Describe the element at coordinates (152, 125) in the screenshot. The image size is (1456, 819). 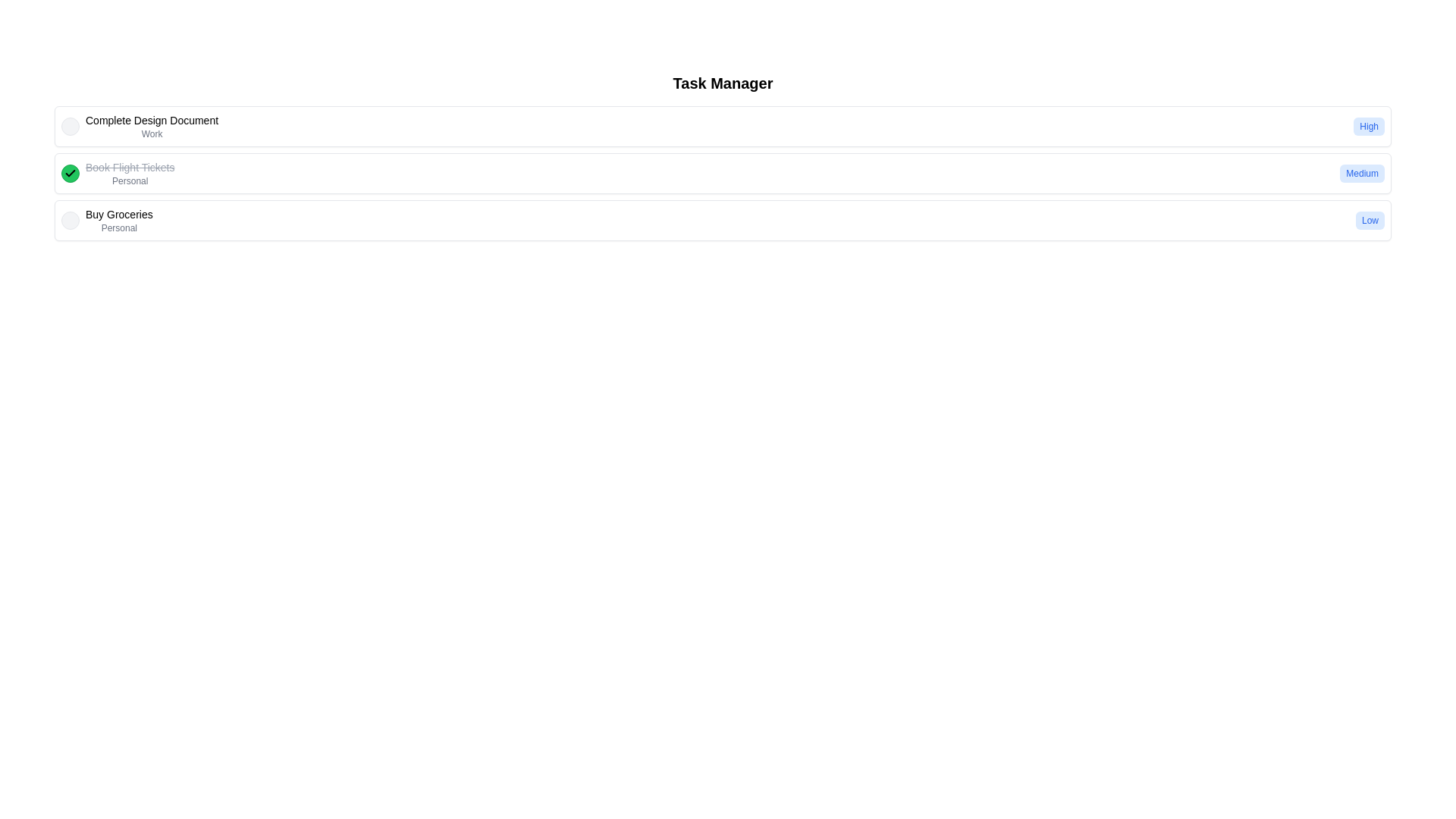
I see `the static text label that reads 'Complete Design Document'` at that location.